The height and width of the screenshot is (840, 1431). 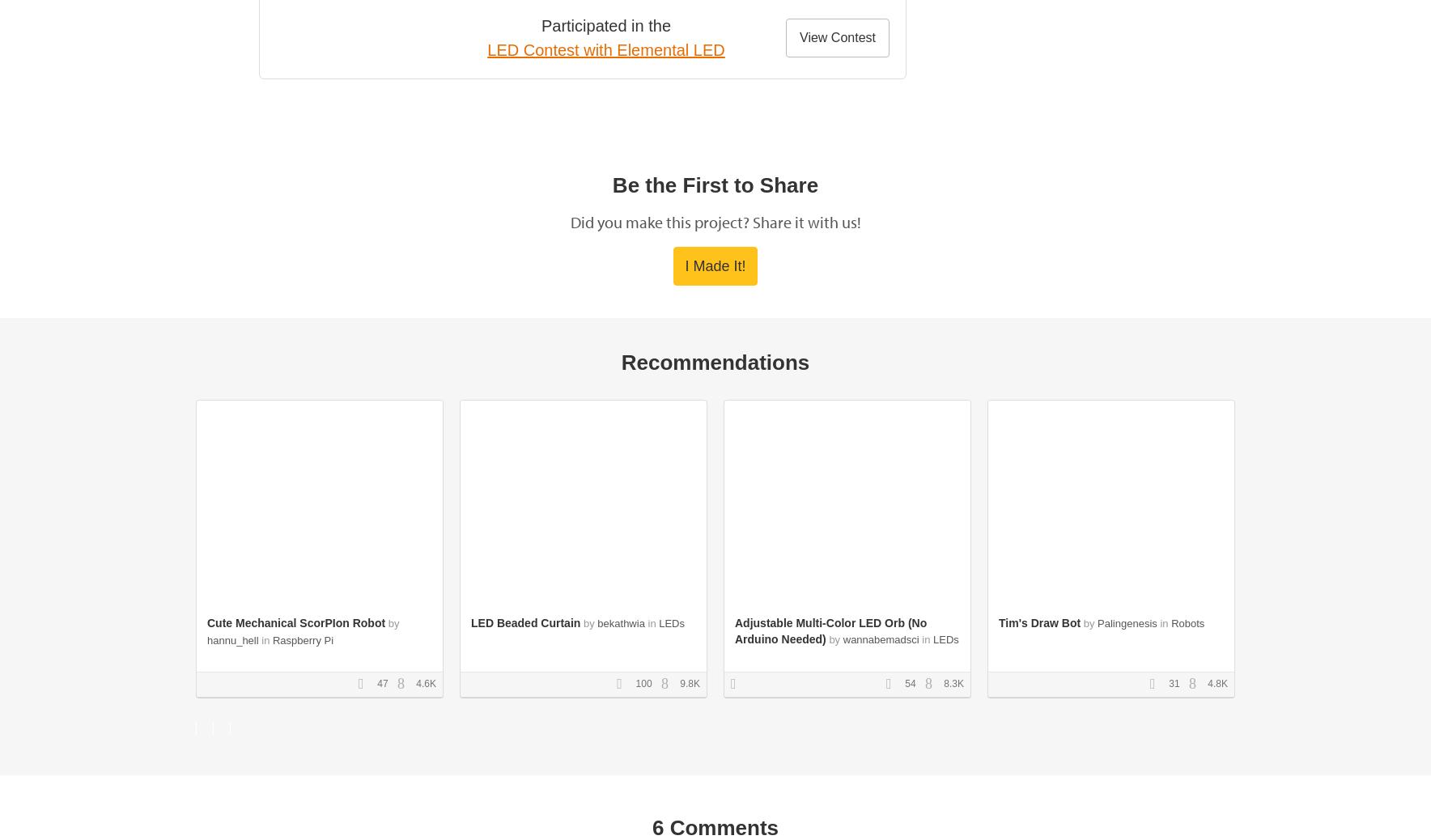 I want to click on '54', so click(x=909, y=684).